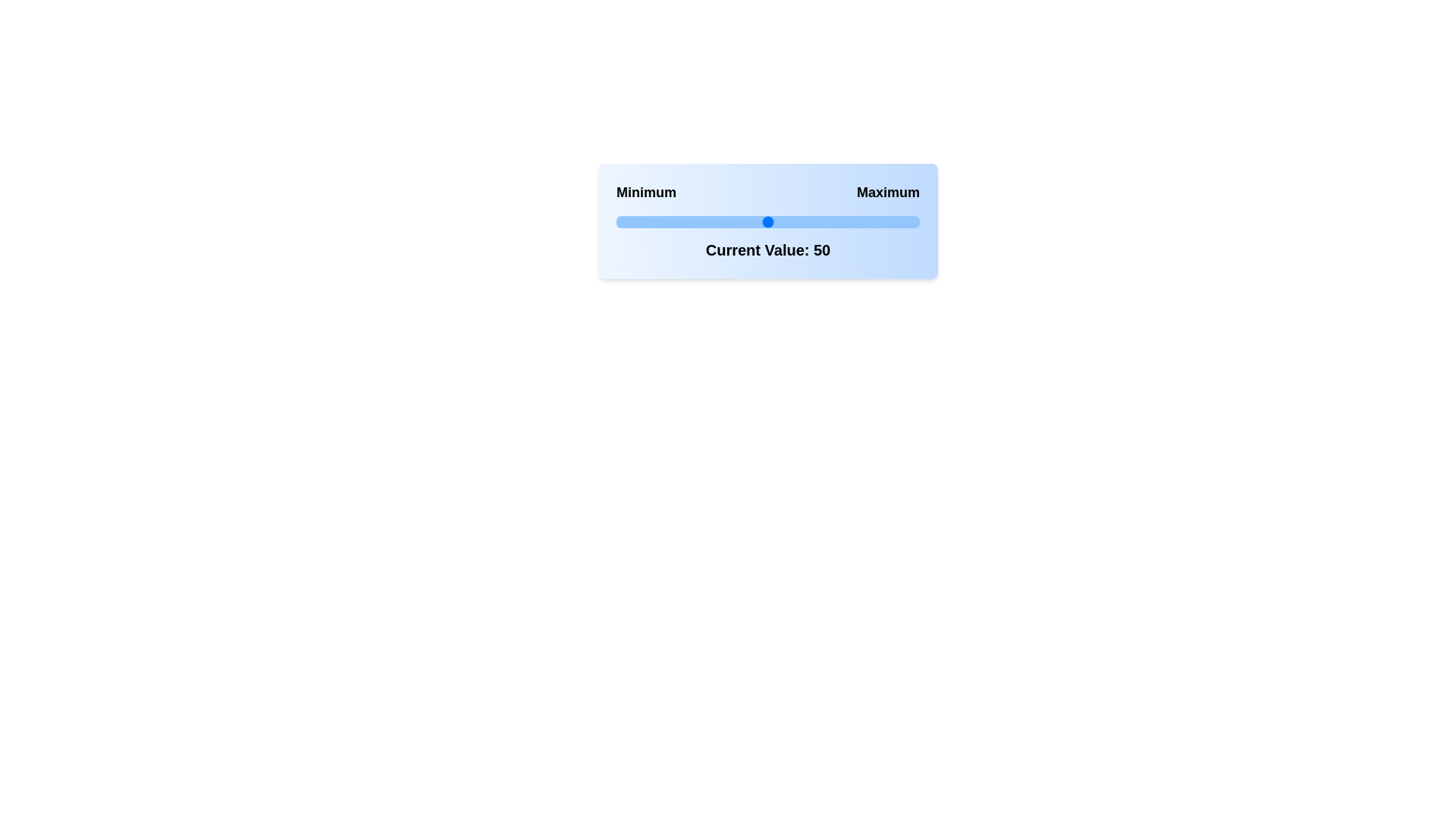  I want to click on the slider to set its value to 16, so click(665, 222).